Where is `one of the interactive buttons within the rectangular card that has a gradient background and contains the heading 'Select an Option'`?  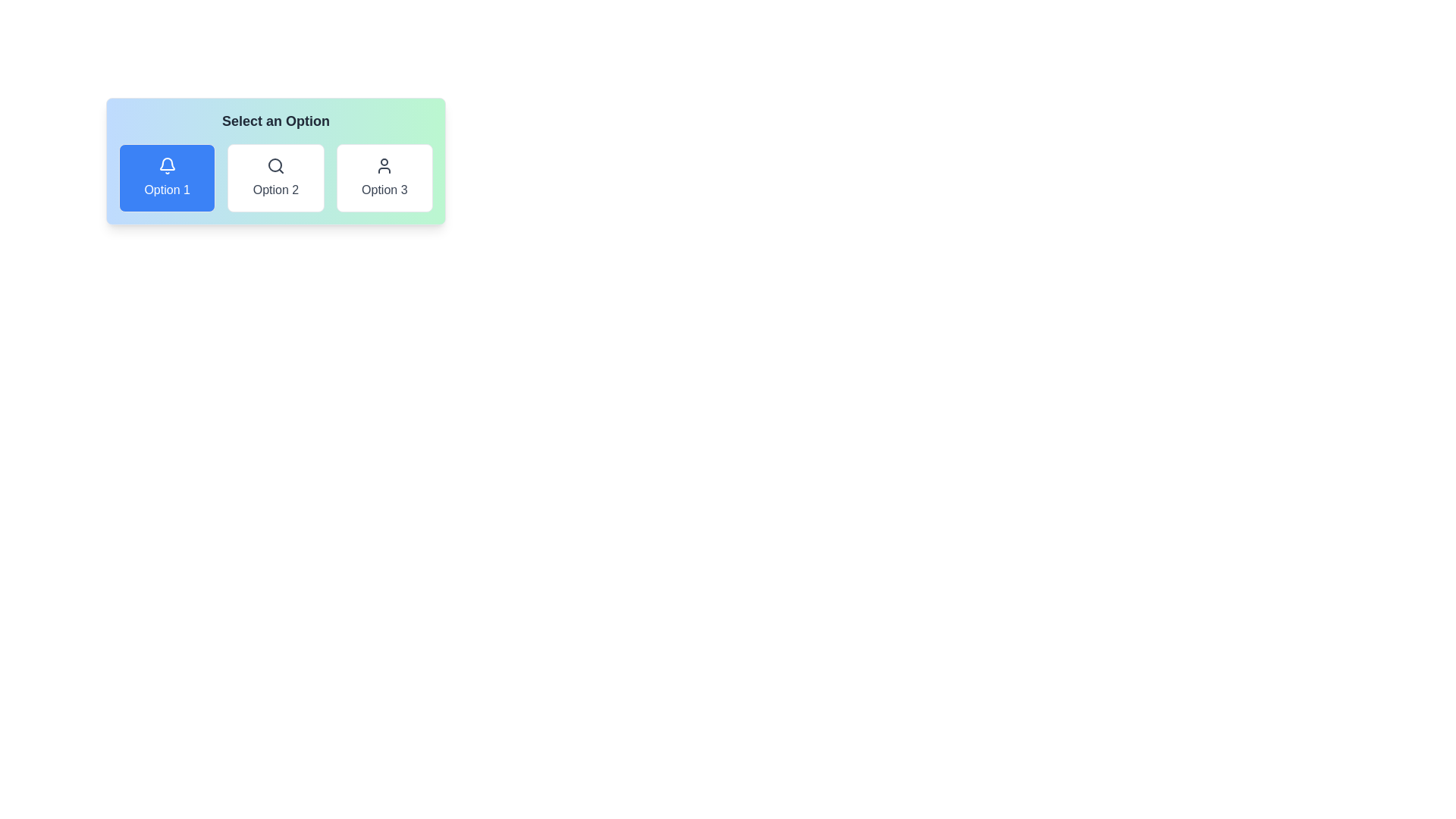 one of the interactive buttons within the rectangular card that has a gradient background and contains the heading 'Select an Option' is located at coordinates (276, 161).